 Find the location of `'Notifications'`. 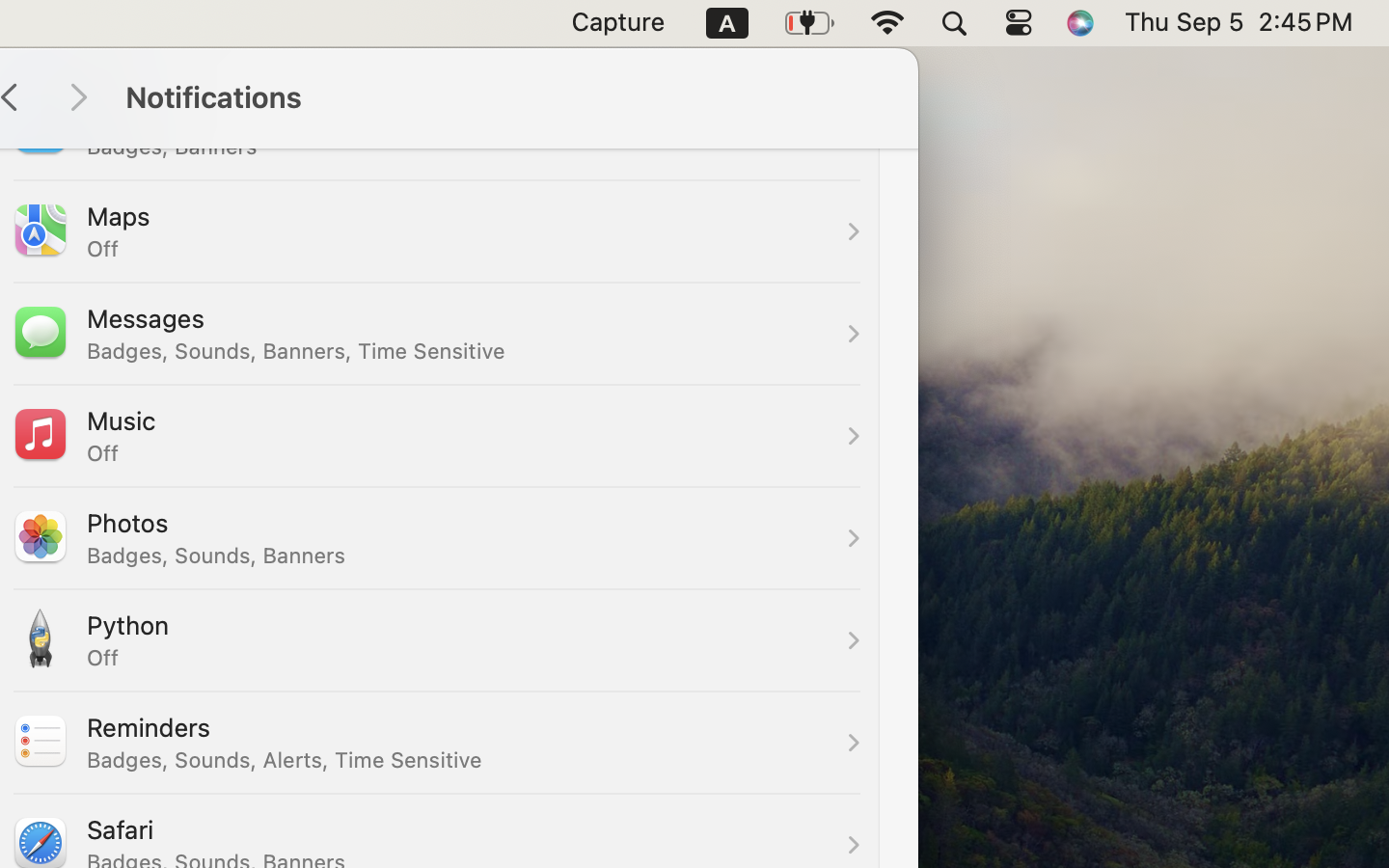

'Notifications' is located at coordinates (500, 96).